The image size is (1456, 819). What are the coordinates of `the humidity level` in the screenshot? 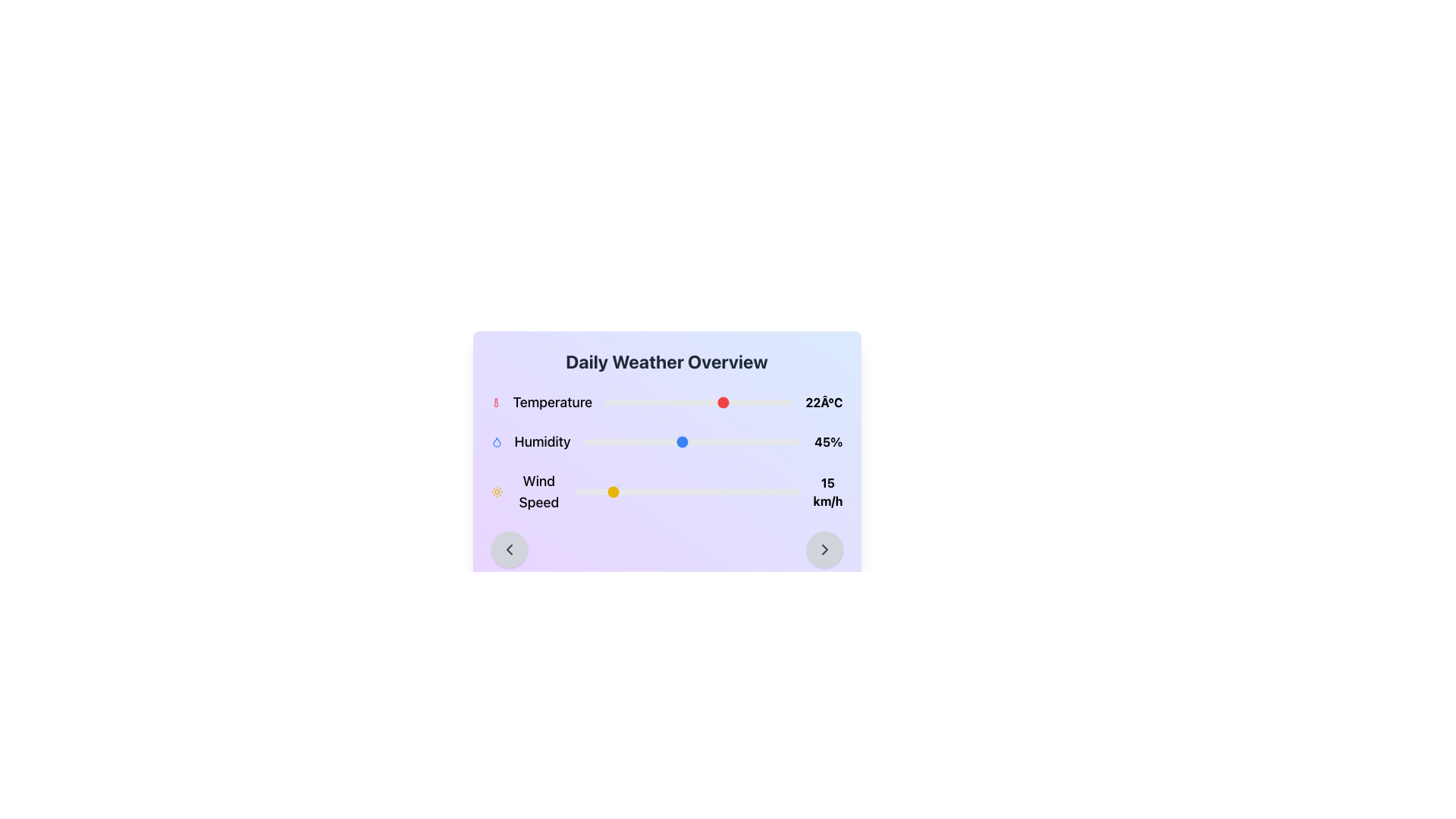 It's located at (756, 441).